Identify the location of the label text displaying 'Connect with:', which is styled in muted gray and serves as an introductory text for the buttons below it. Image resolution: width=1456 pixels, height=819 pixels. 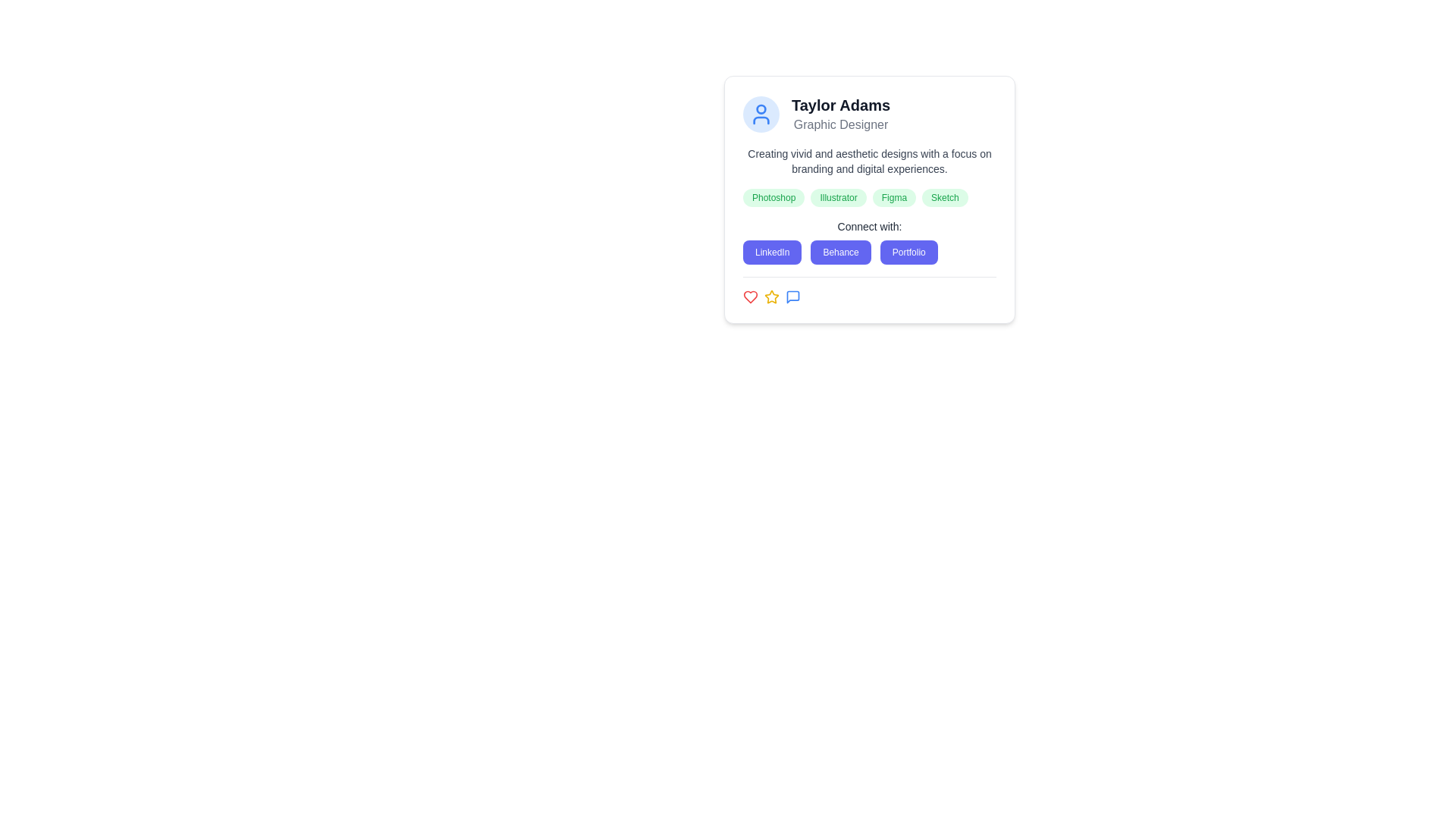
(870, 227).